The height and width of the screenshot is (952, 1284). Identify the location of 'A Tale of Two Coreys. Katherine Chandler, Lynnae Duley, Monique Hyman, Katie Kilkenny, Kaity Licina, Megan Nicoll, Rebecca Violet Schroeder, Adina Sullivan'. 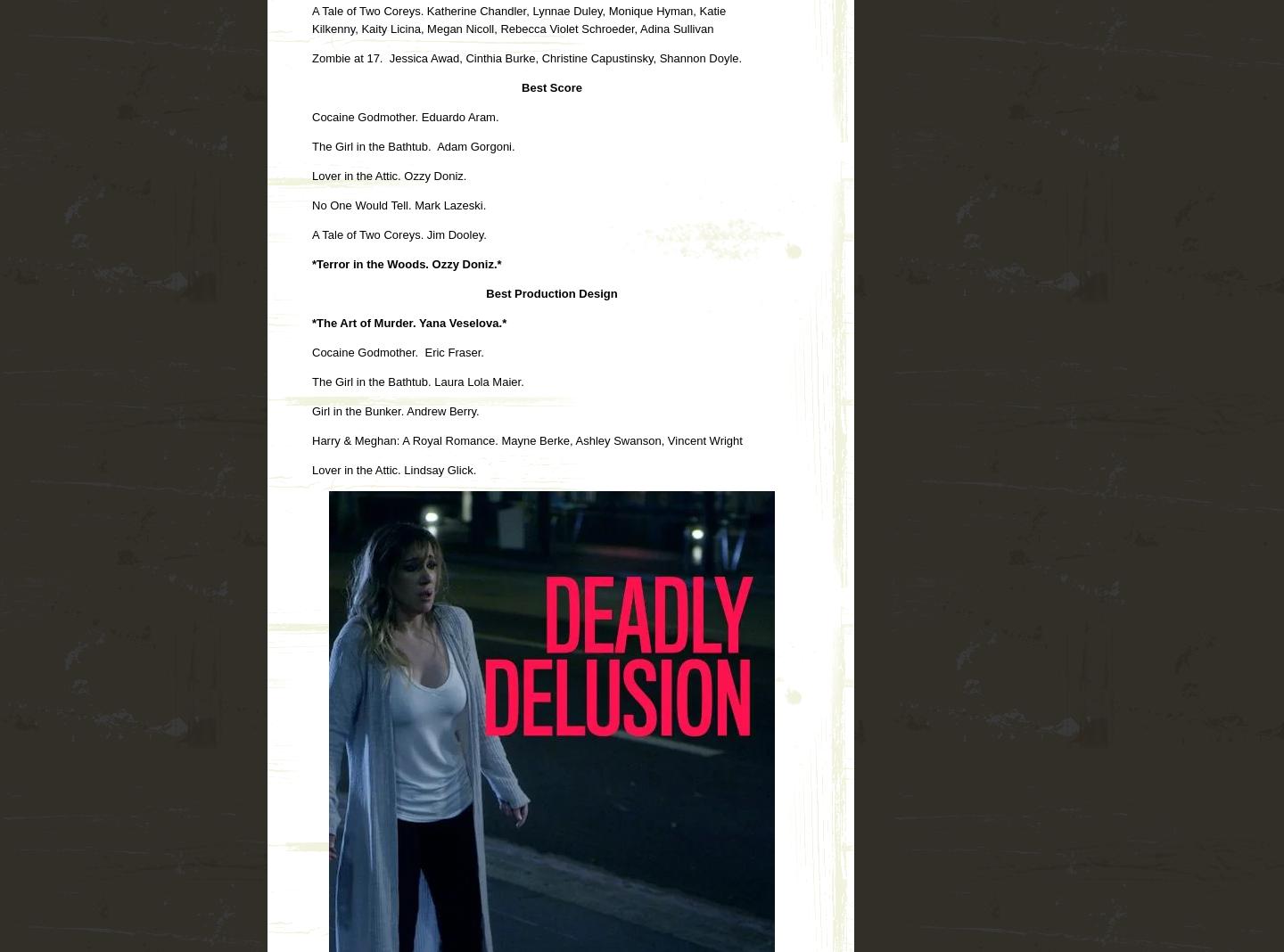
(519, 18).